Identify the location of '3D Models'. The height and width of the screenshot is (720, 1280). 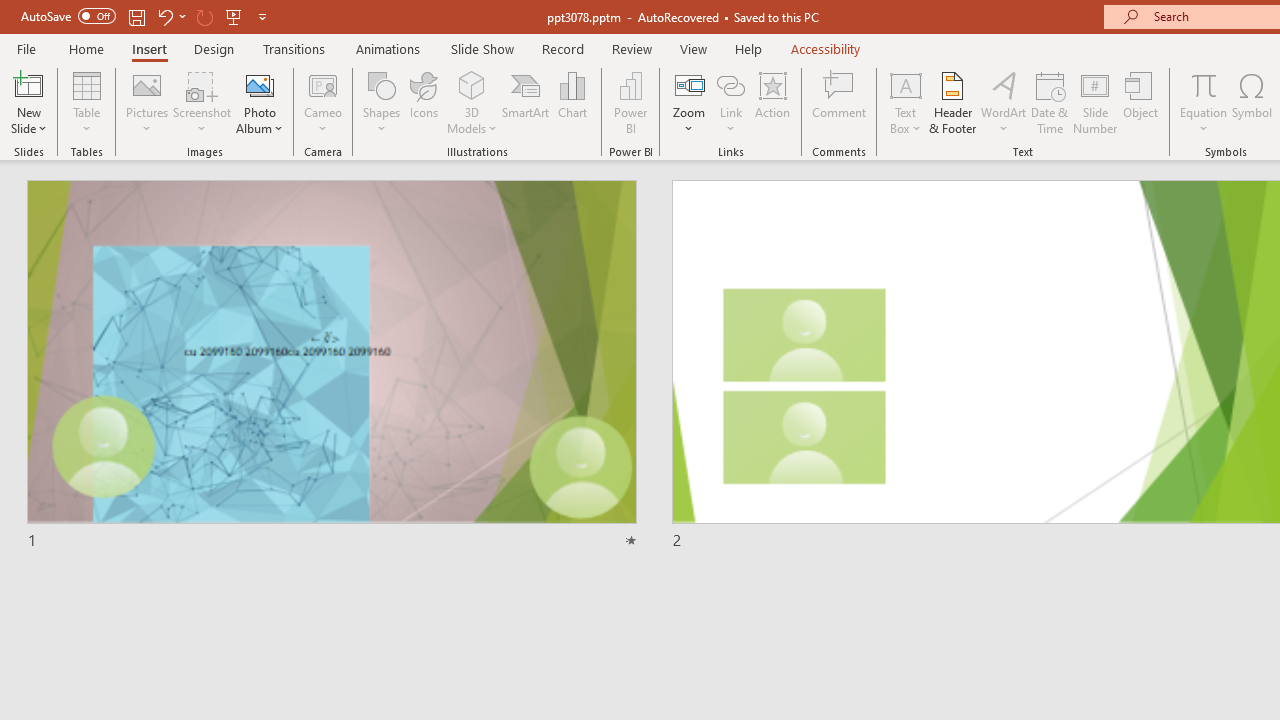
(471, 103).